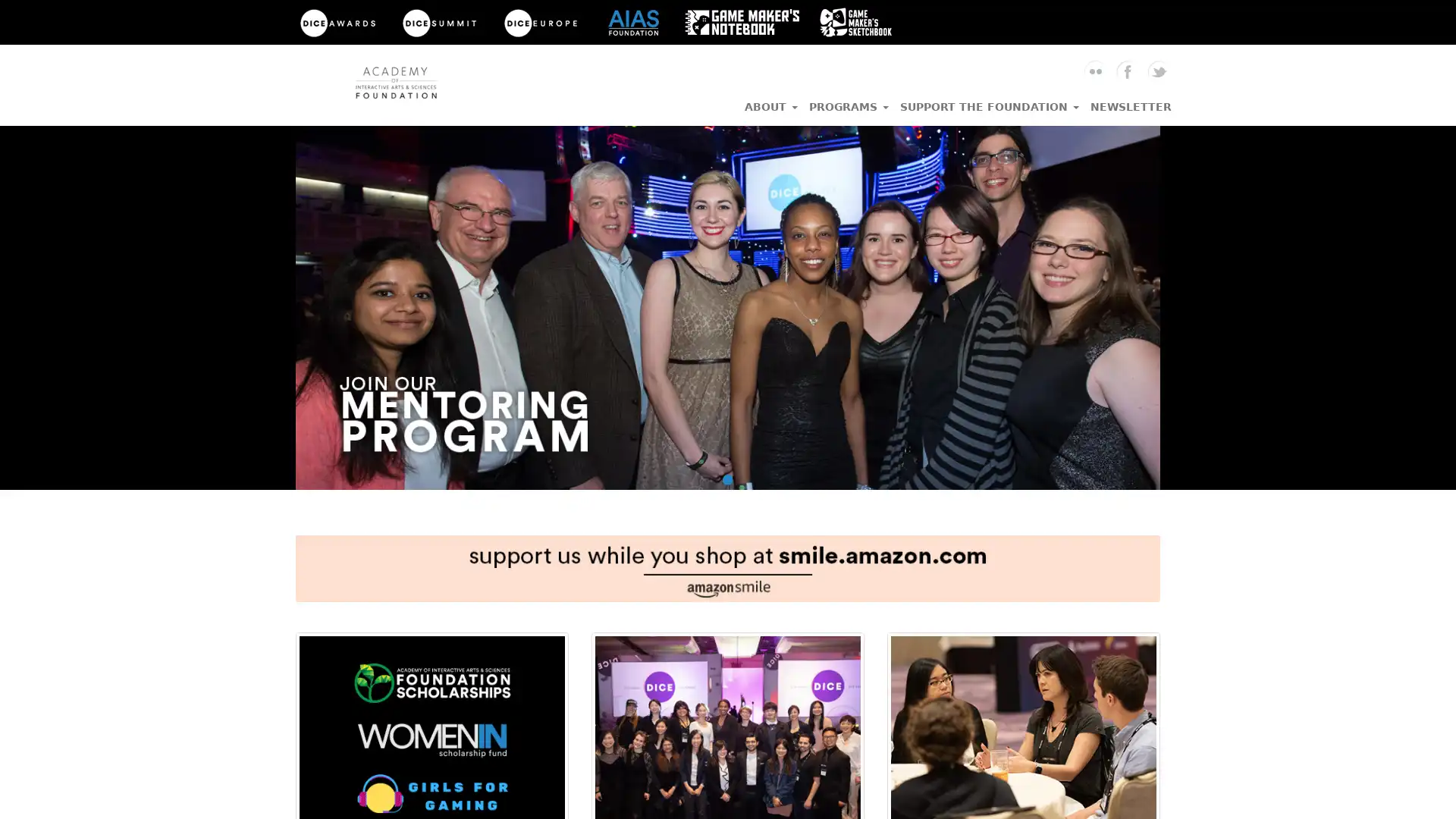 The height and width of the screenshot is (819, 1456). Describe the element at coordinates (990, 106) in the screenshot. I see `SUPPORT THE FOUNDATION` at that location.